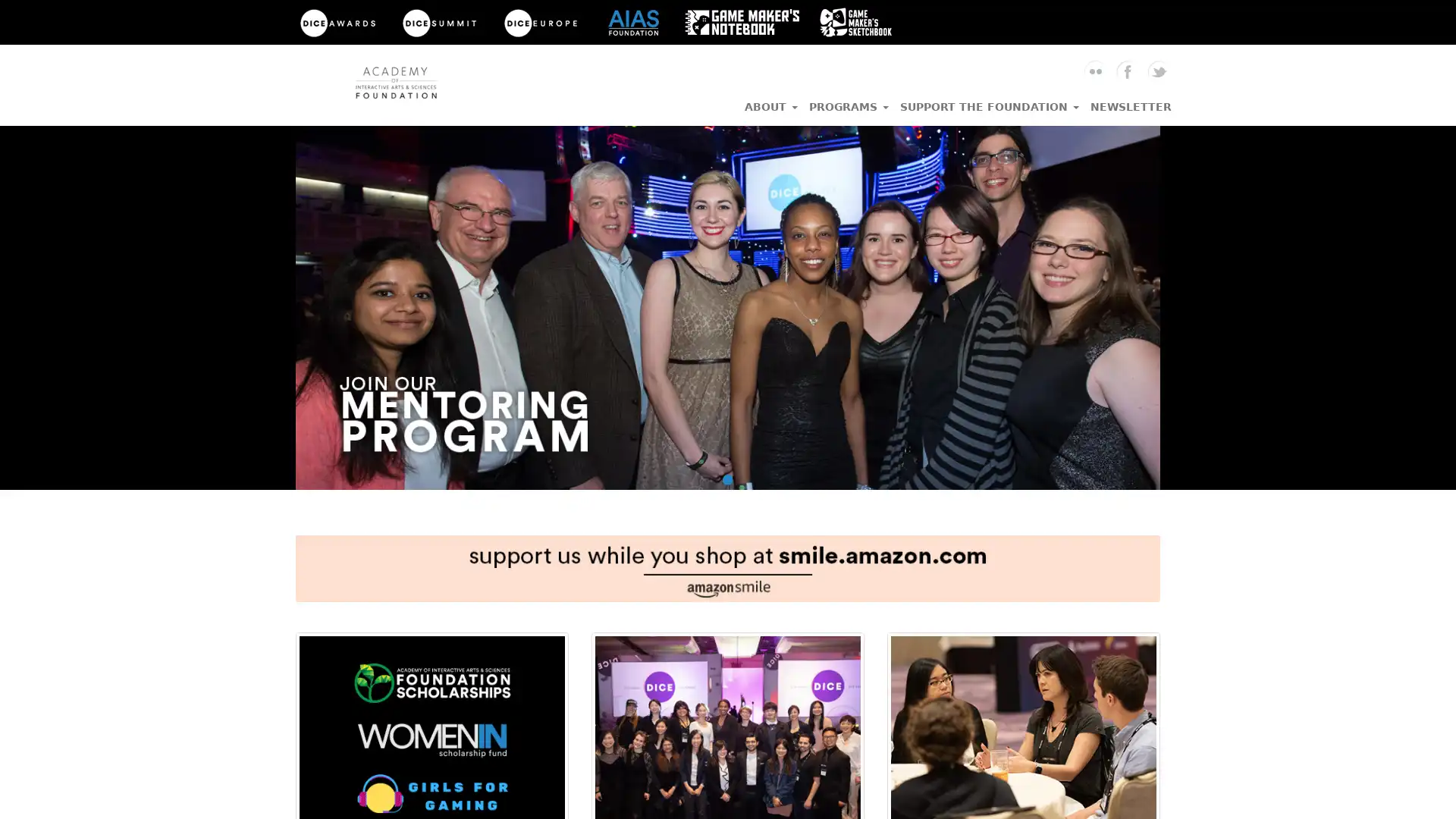 The height and width of the screenshot is (819, 1456). Describe the element at coordinates (990, 106) in the screenshot. I see `SUPPORT THE FOUNDATION` at that location.